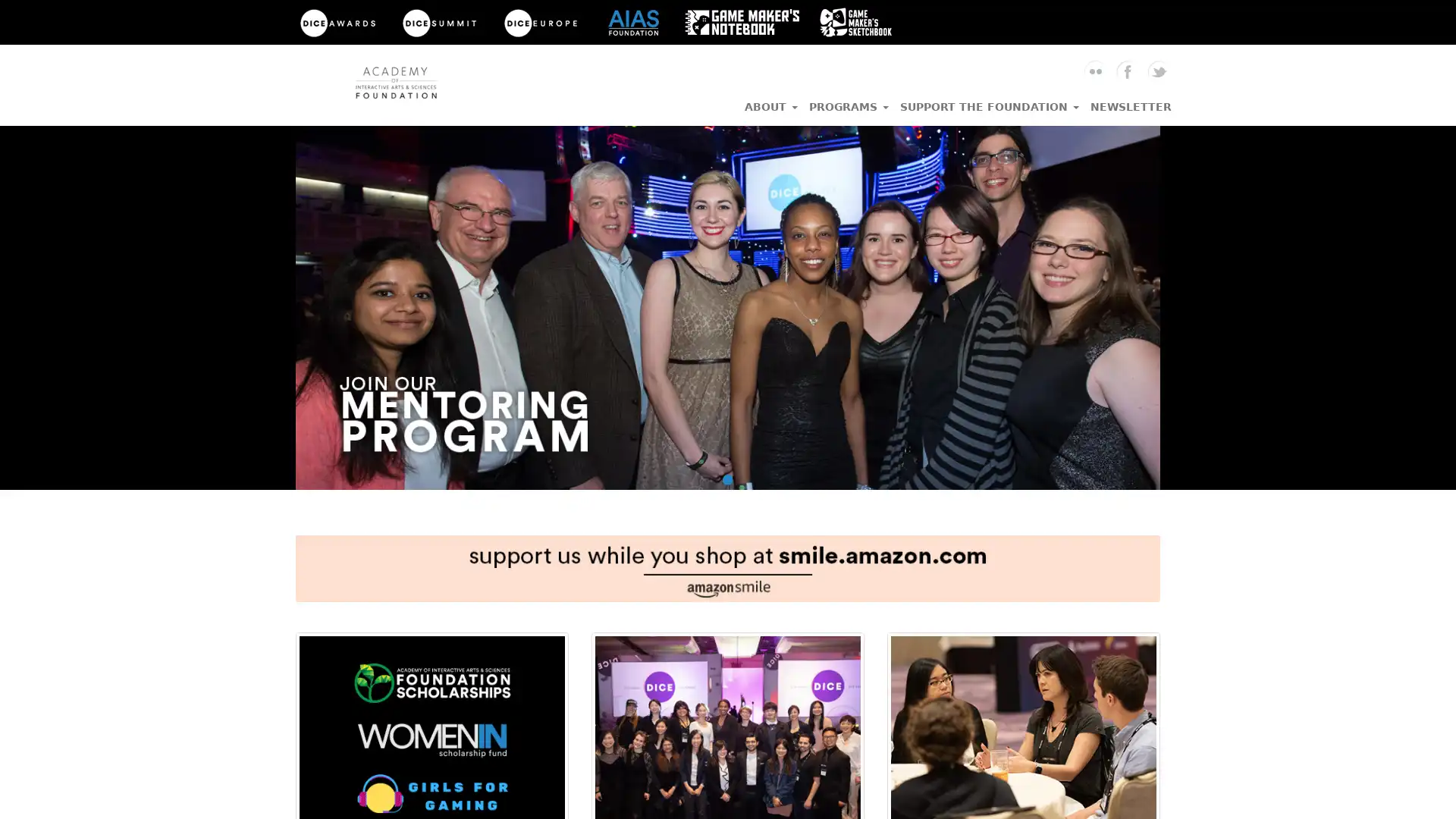 The height and width of the screenshot is (819, 1456). Describe the element at coordinates (990, 106) in the screenshot. I see `SUPPORT THE FOUNDATION` at that location.